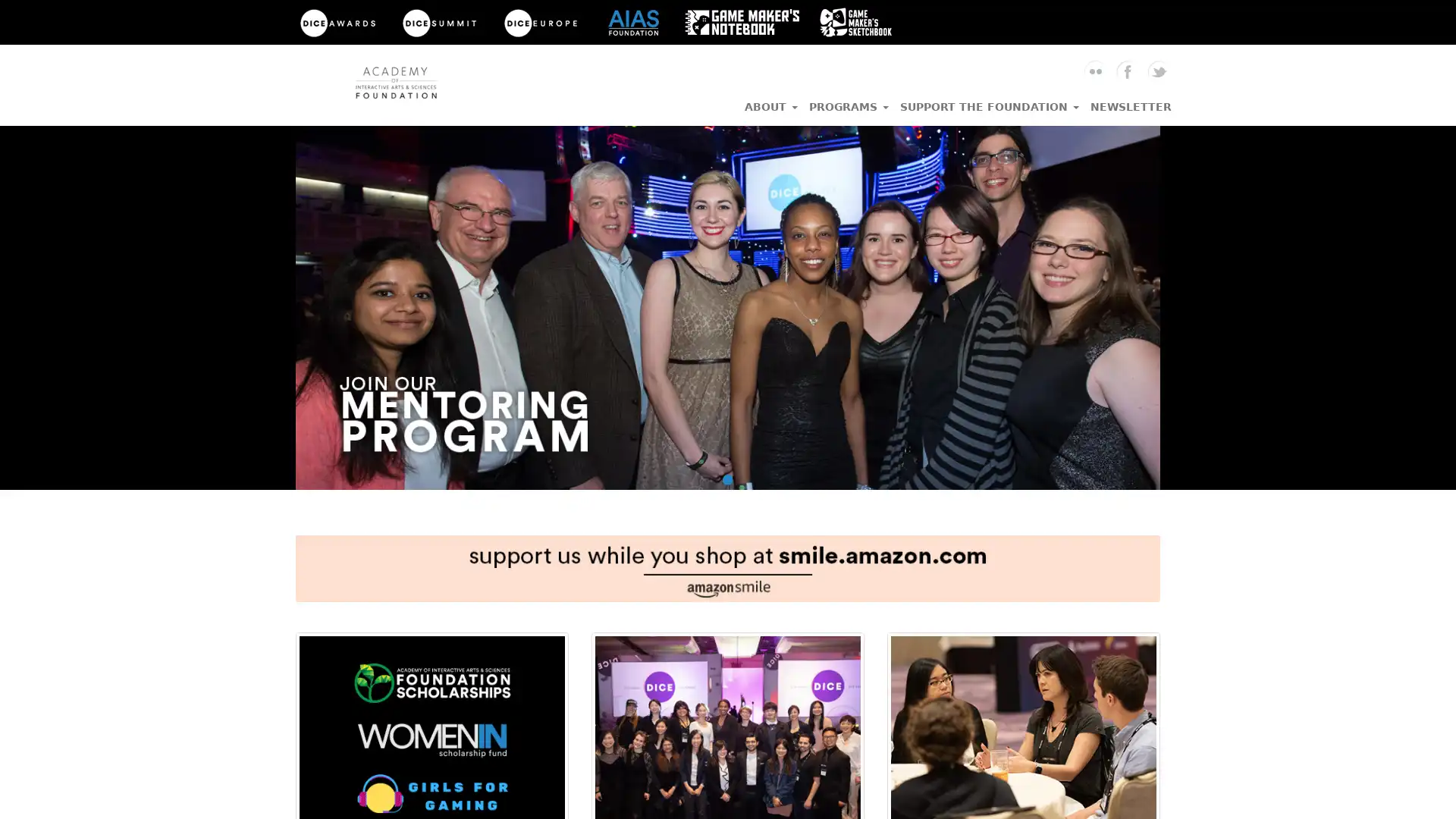 The height and width of the screenshot is (819, 1456). Describe the element at coordinates (990, 106) in the screenshot. I see `SUPPORT THE FOUNDATION` at that location.